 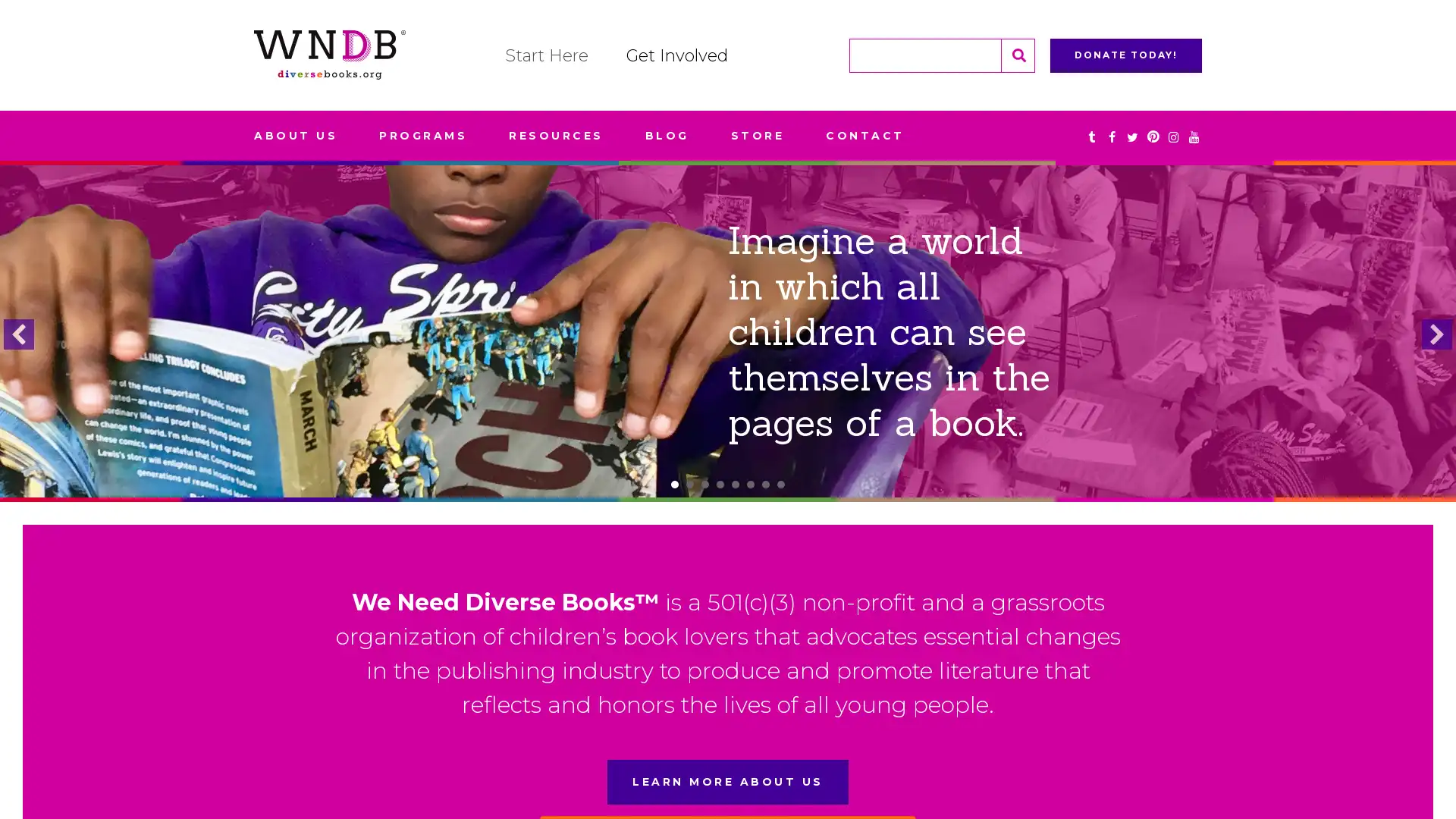 I want to click on next, so click(x=1436, y=333).